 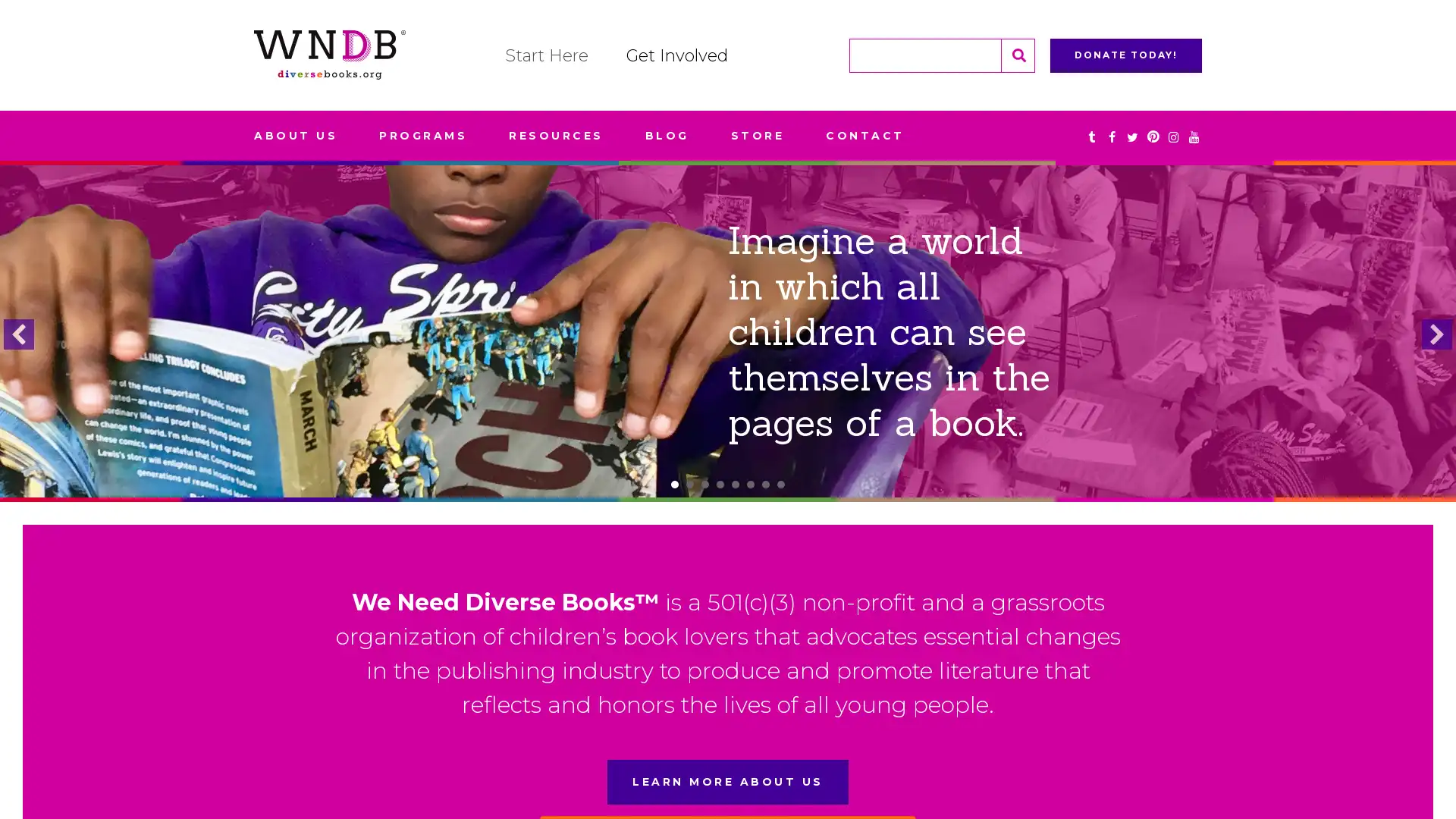 I want to click on next, so click(x=1436, y=333).